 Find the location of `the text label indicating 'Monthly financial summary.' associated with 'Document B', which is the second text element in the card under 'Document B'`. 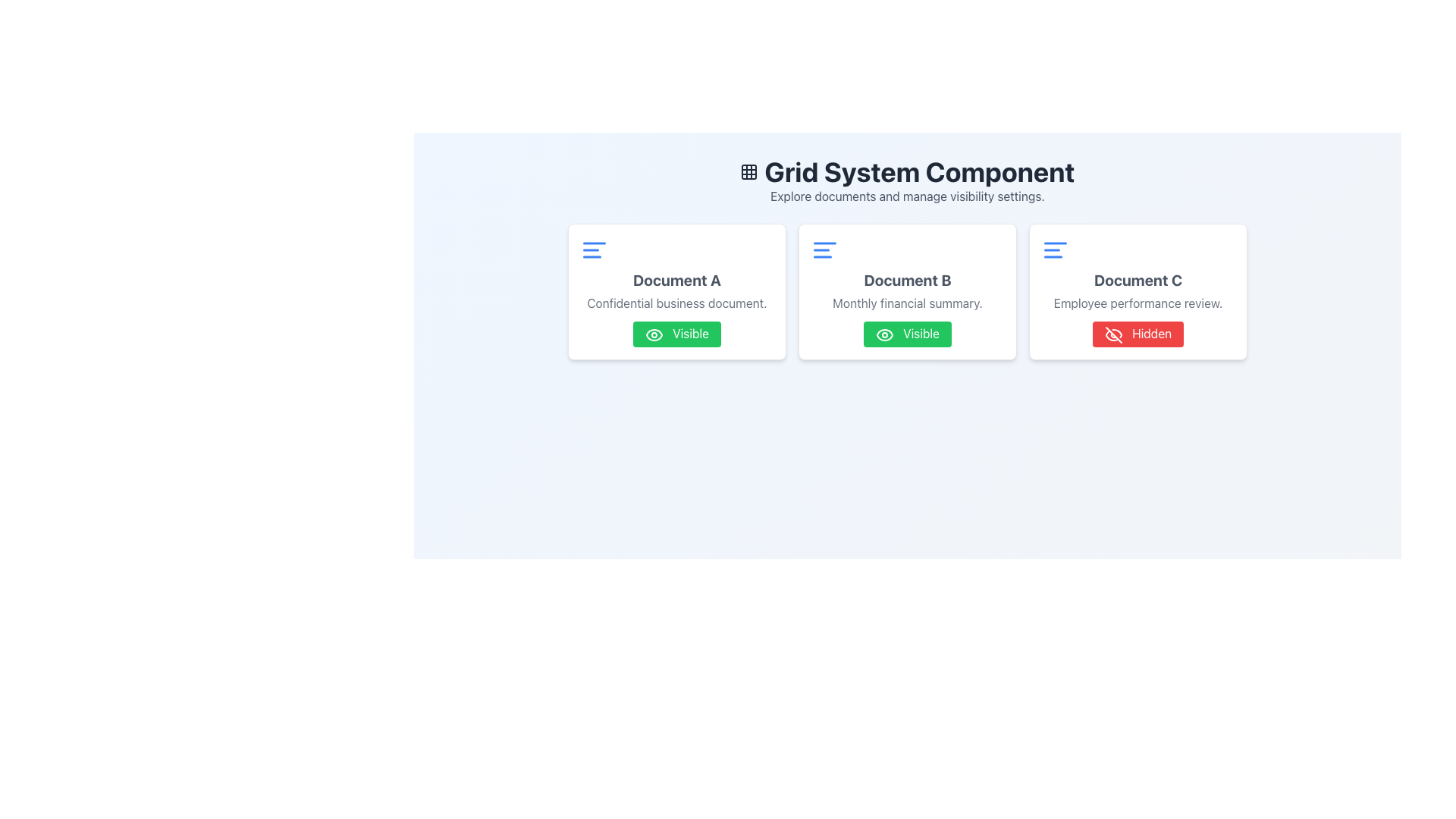

the text label indicating 'Monthly financial summary.' associated with 'Document B', which is the second text element in the card under 'Document B' is located at coordinates (907, 303).